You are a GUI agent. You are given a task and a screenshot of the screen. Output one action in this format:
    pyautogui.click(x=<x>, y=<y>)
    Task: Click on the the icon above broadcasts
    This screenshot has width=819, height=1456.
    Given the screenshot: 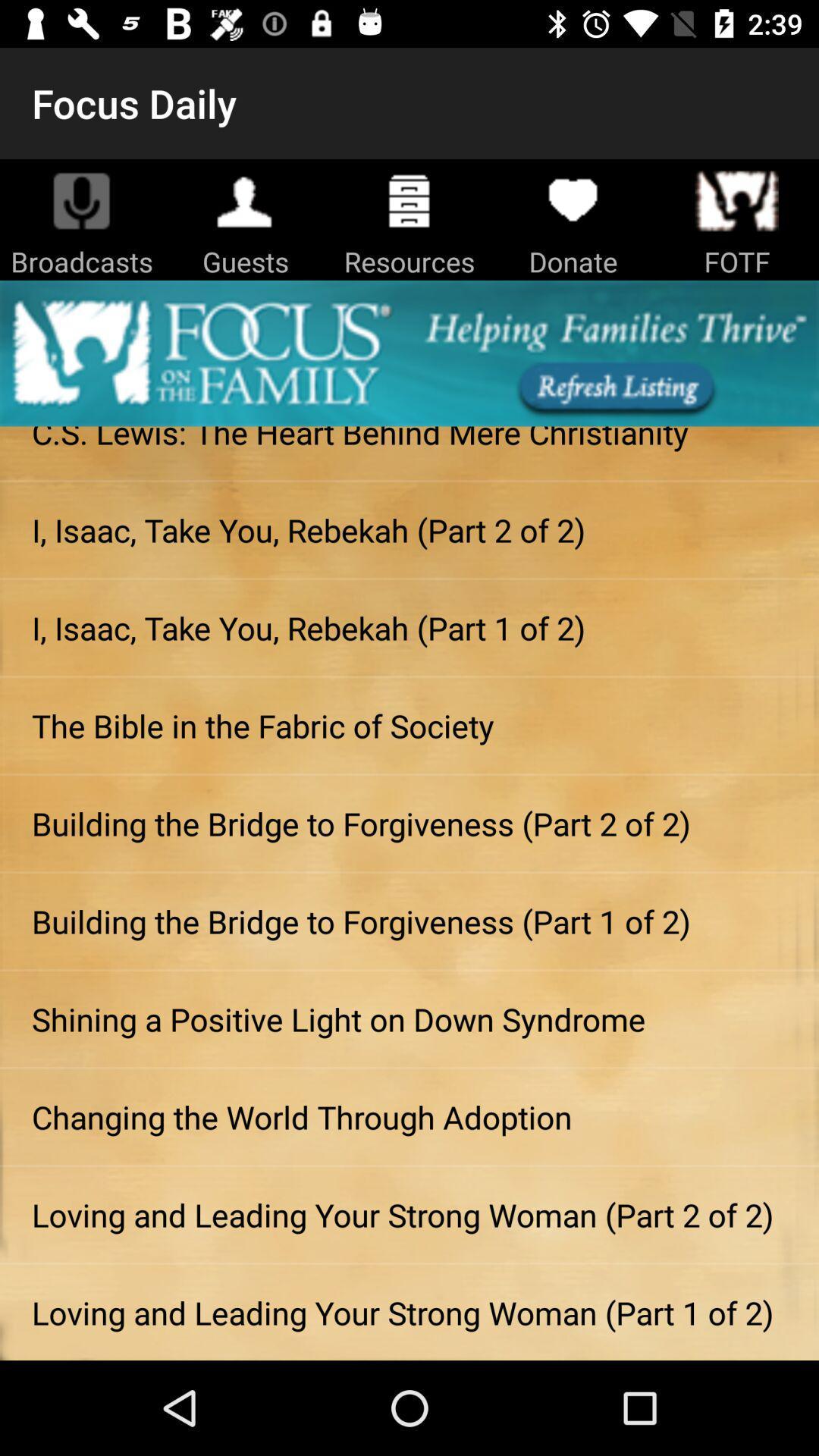 What is the action you would take?
    pyautogui.click(x=82, y=199)
    